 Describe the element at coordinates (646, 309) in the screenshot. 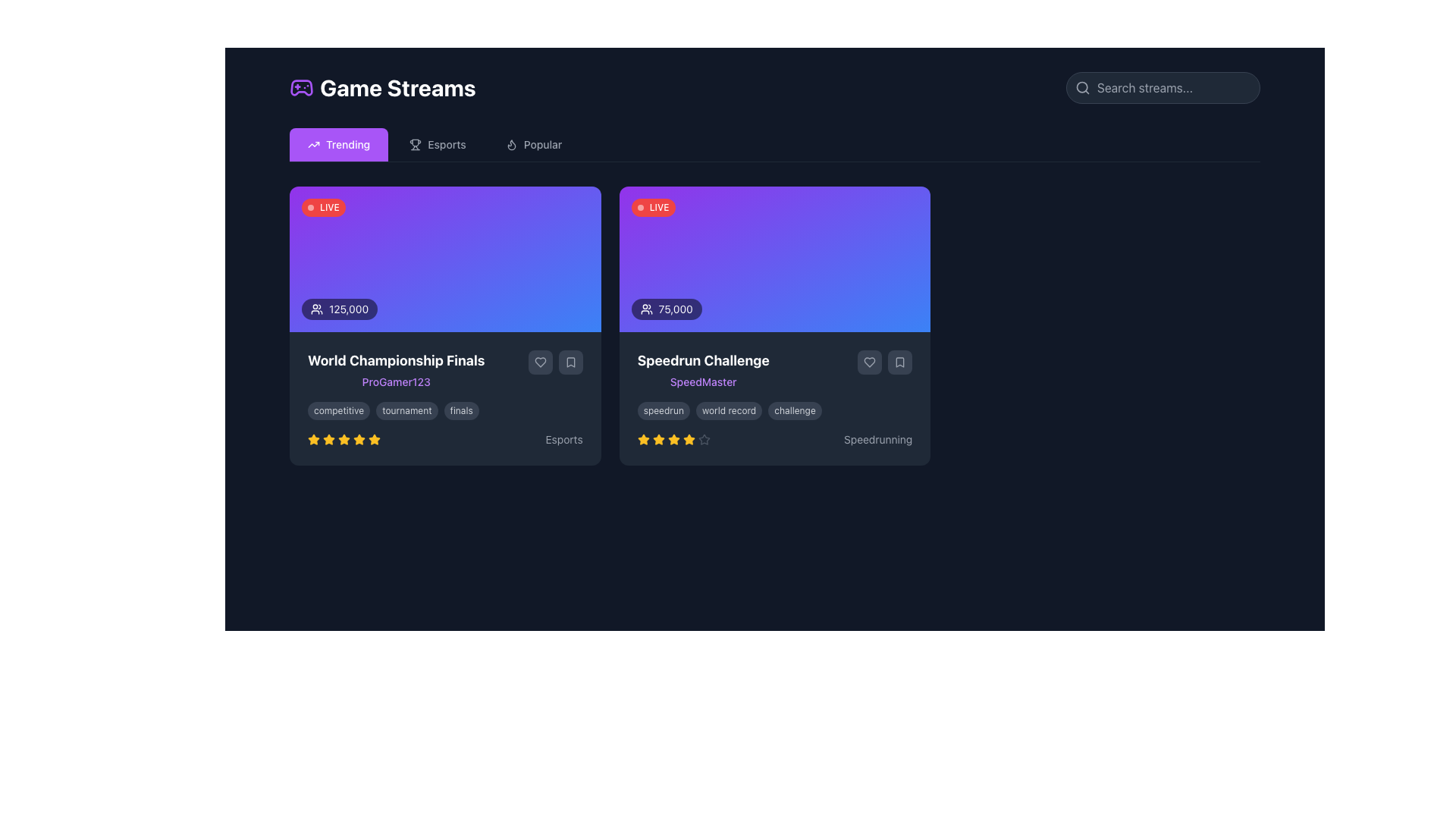

I see `the viewer count icon located at the bottom-left corner of the second card in the horizontal list, next to the text displaying '75,000'` at that location.